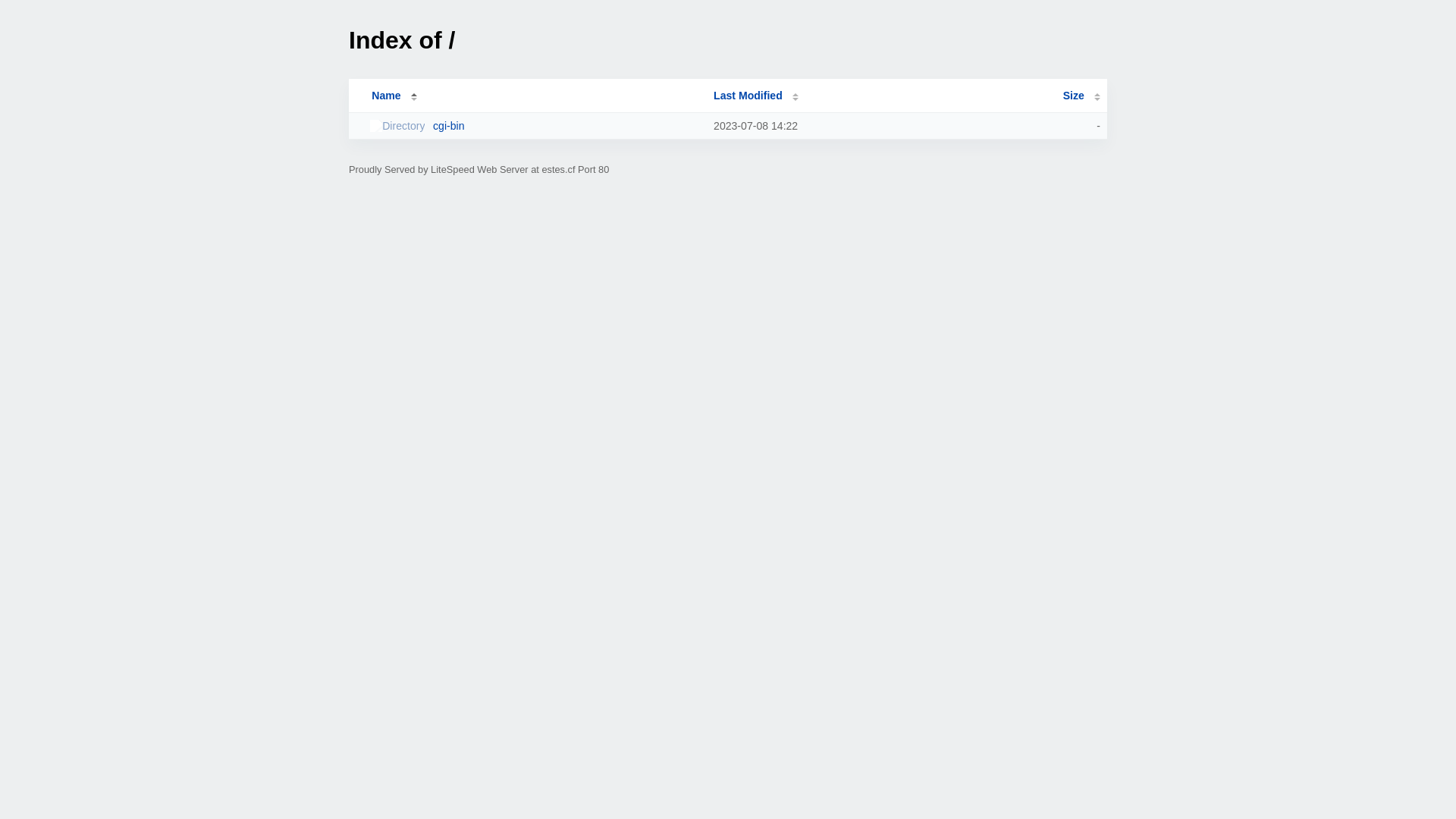  Describe the element at coordinates (385, 96) in the screenshot. I see `'Name'` at that location.